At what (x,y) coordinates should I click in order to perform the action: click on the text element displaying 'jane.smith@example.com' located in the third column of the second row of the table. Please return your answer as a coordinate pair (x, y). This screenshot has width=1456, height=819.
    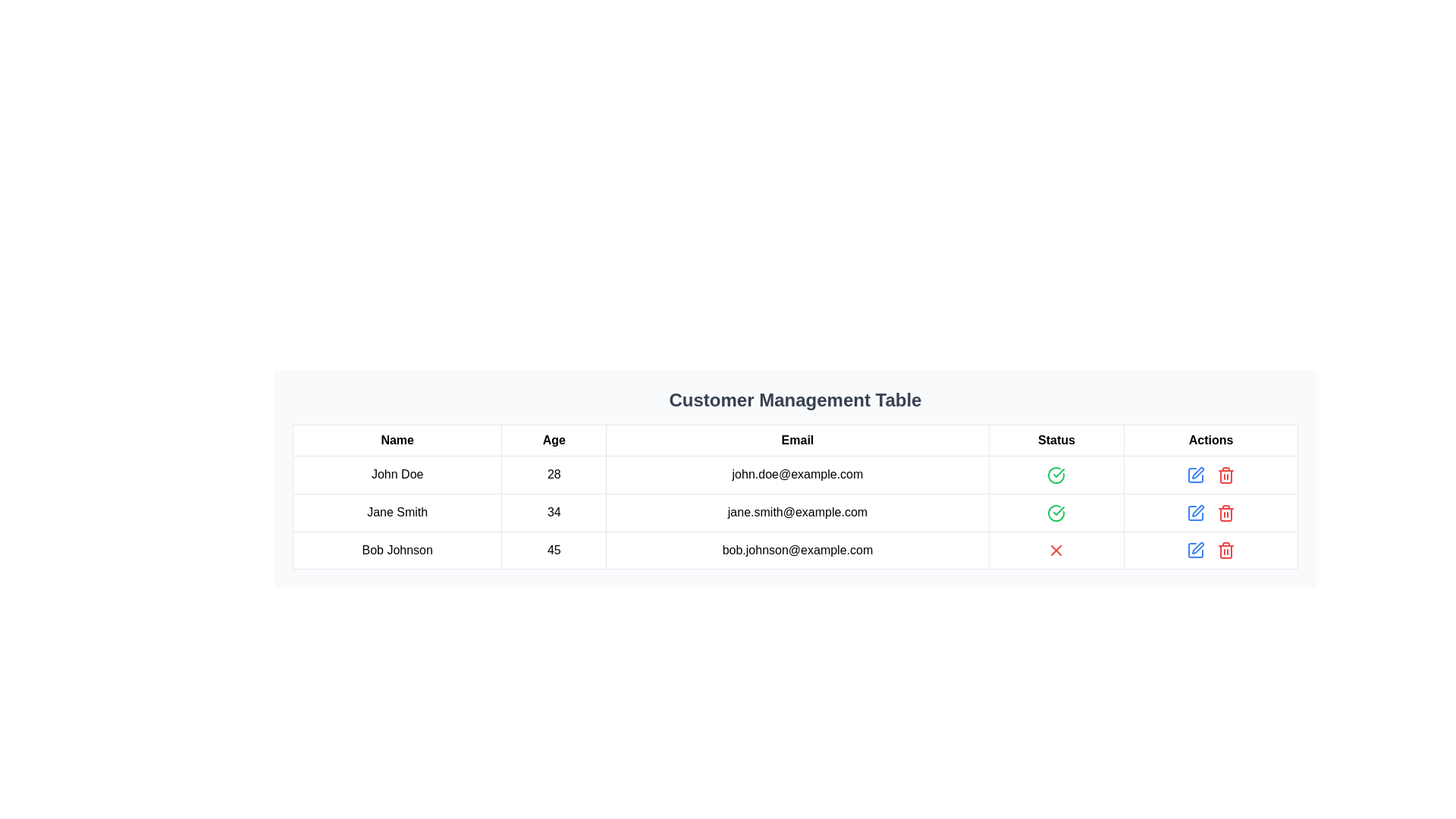
    Looking at the image, I should click on (796, 512).